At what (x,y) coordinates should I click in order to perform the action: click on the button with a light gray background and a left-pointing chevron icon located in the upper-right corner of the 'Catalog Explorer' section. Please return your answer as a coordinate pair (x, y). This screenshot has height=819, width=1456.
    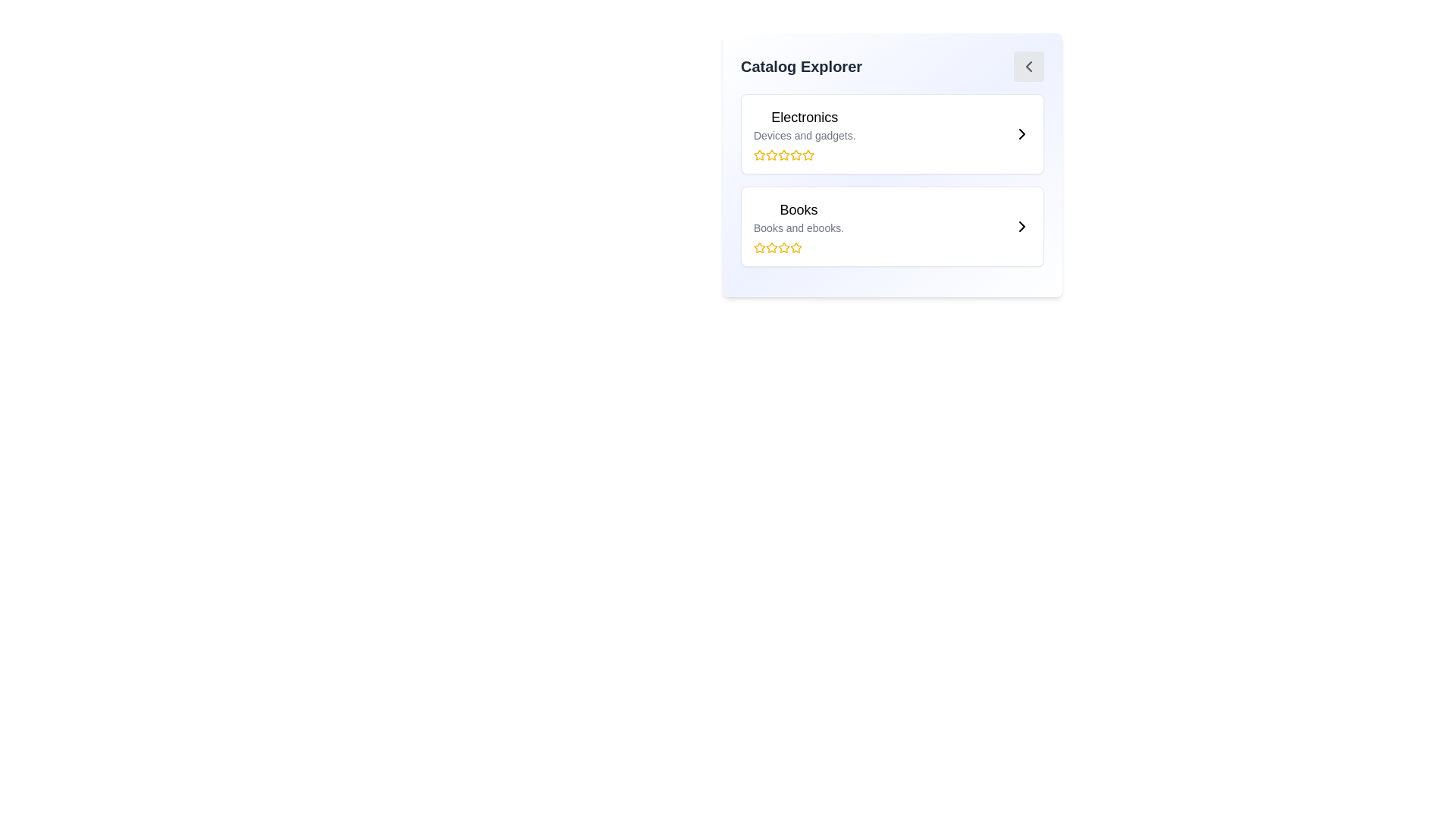
    Looking at the image, I should click on (1029, 66).